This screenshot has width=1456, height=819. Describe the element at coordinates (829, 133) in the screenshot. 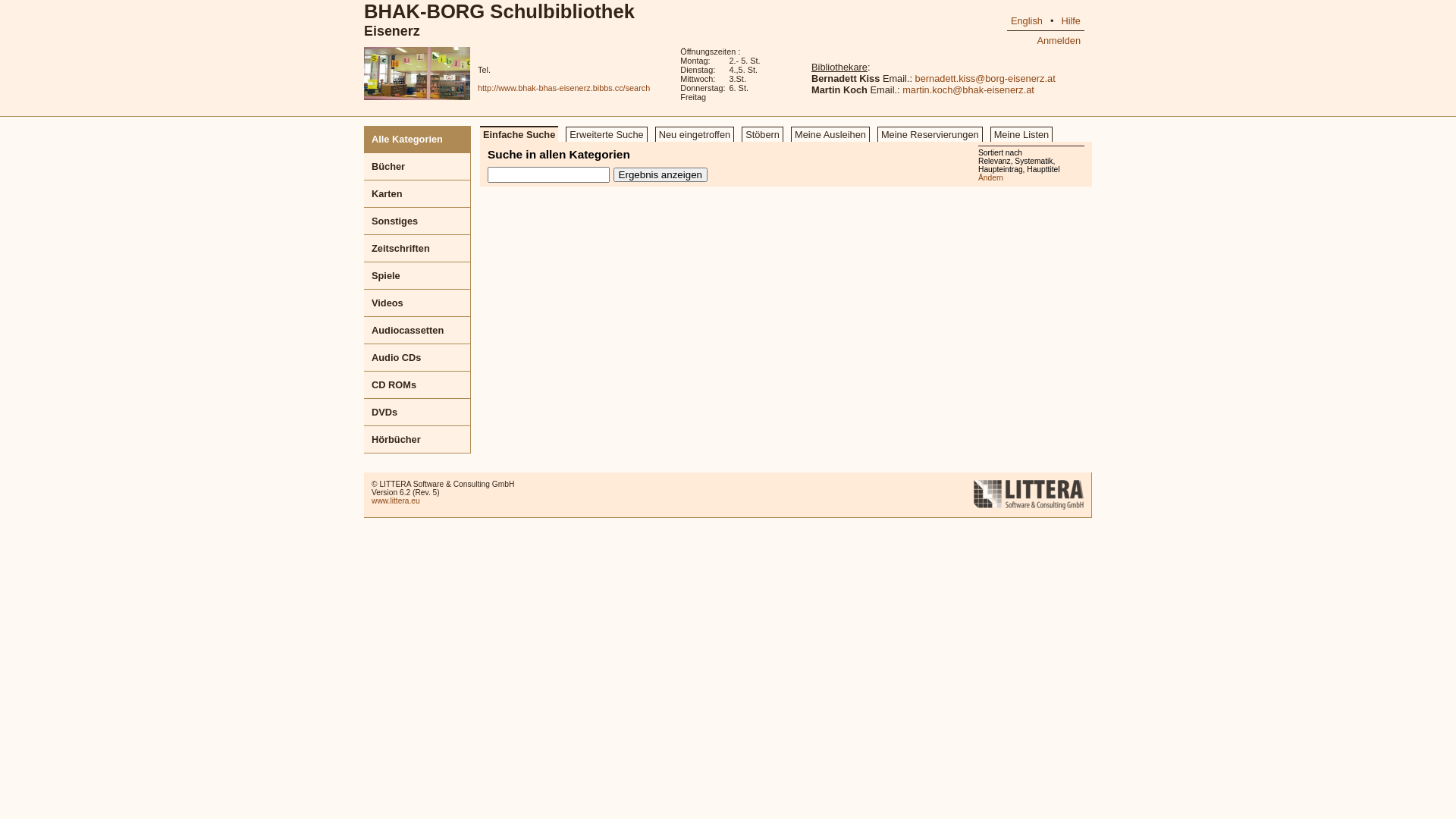

I see `'Meine Ausleihen'` at that location.